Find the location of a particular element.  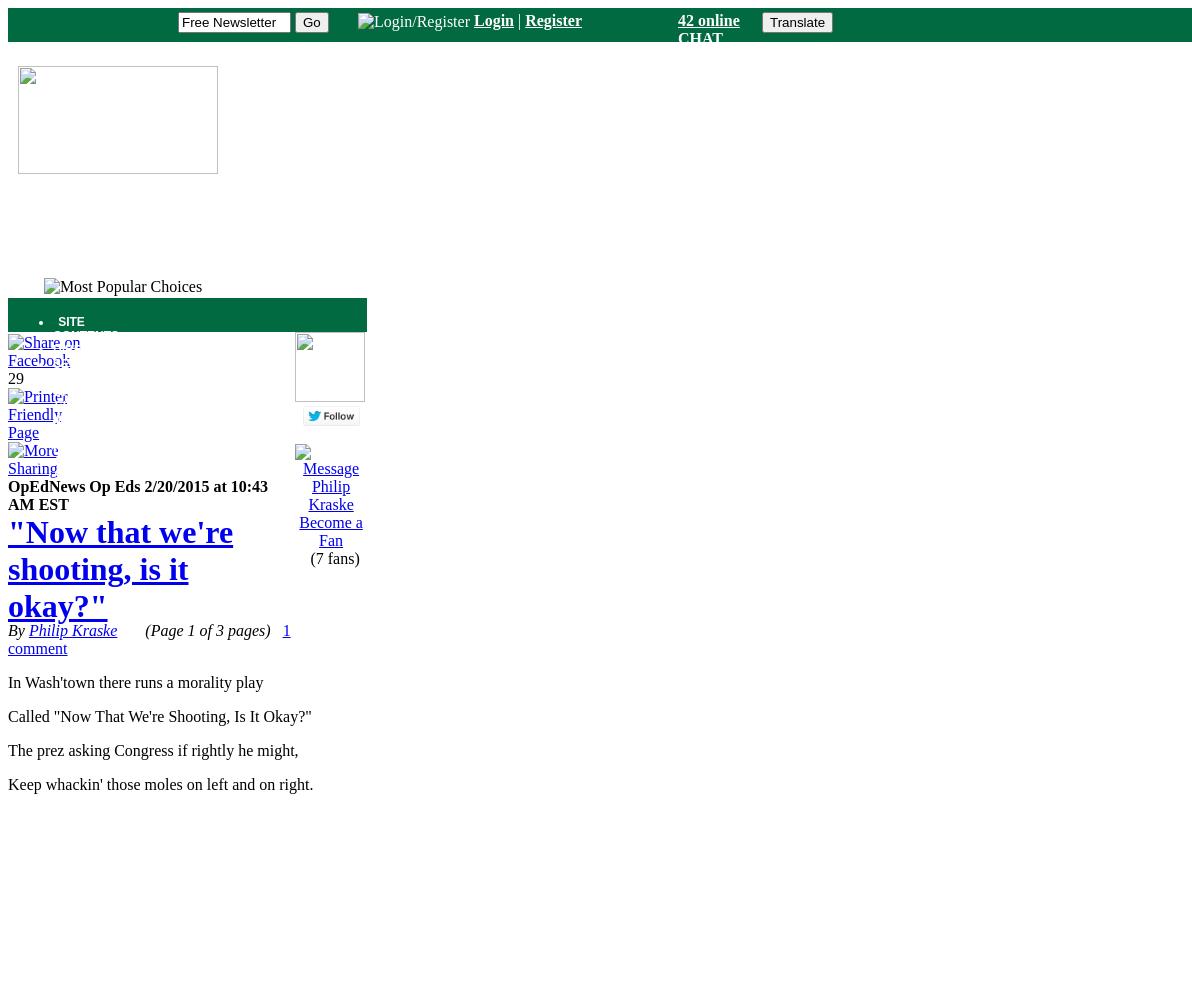

'The prez asking Congress if rightly he might,' is located at coordinates (152, 750).